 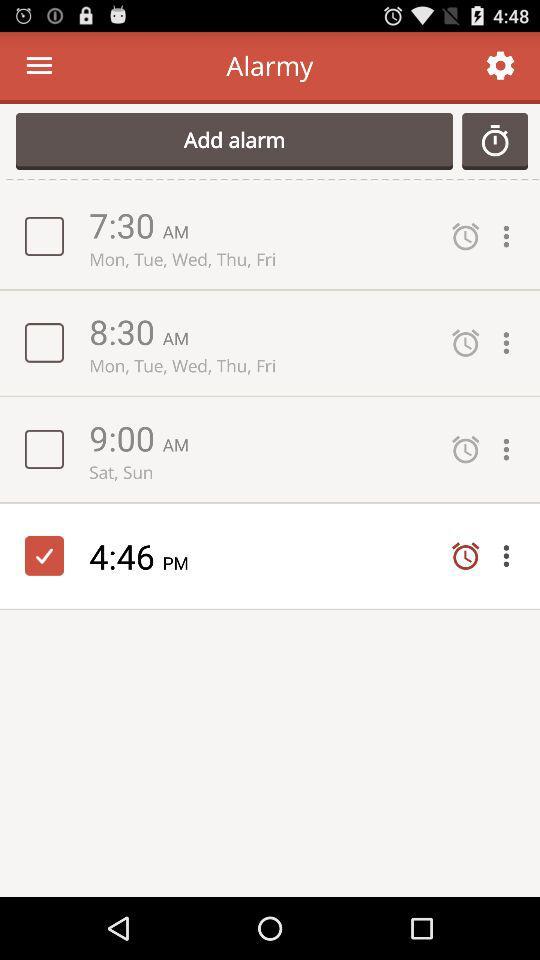 I want to click on the app below the sat, sun app, so click(x=125, y=556).